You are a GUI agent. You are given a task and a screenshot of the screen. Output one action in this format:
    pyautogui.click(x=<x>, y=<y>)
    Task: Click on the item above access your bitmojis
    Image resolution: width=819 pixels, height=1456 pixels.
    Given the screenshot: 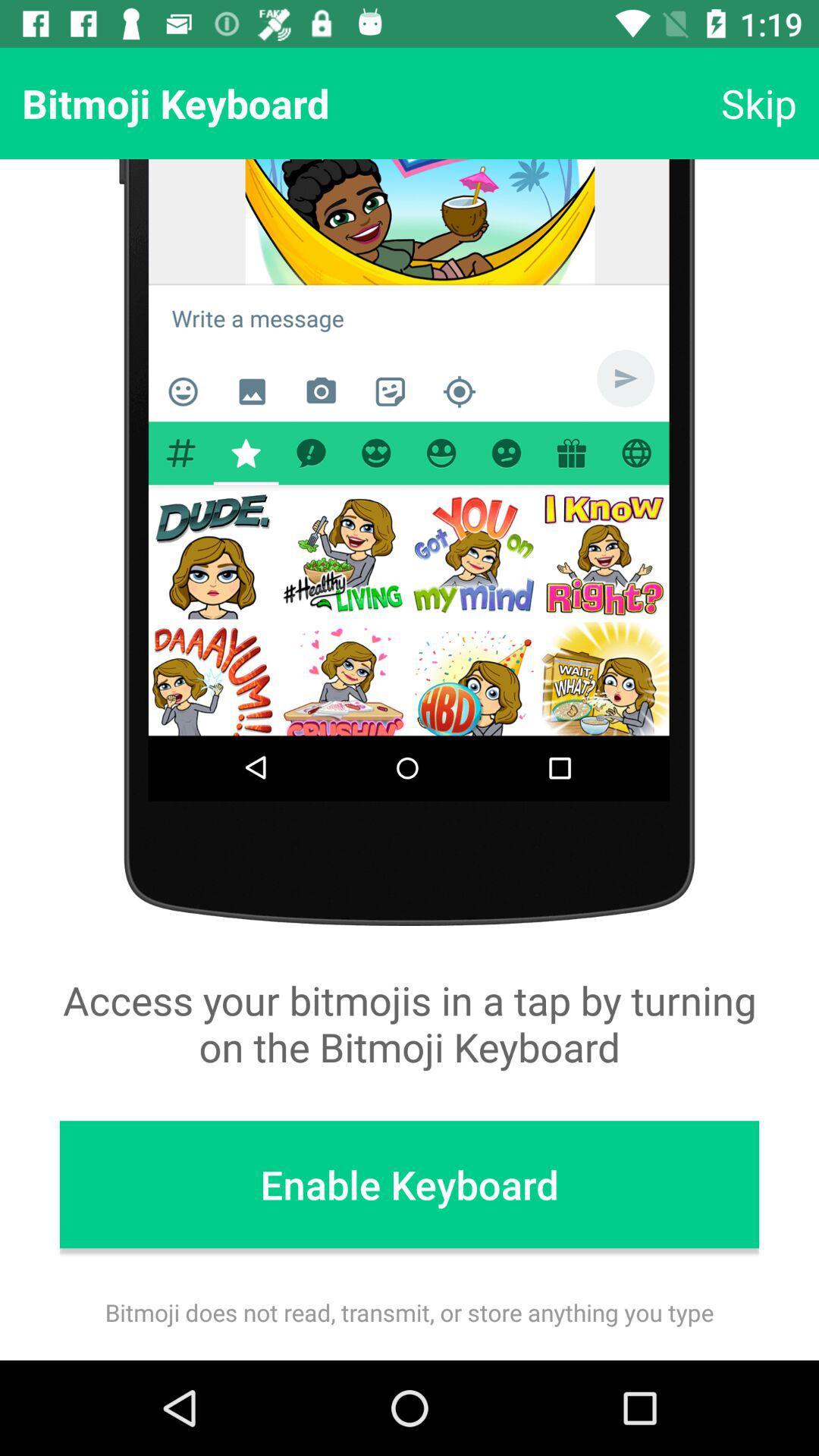 What is the action you would take?
    pyautogui.click(x=758, y=102)
    